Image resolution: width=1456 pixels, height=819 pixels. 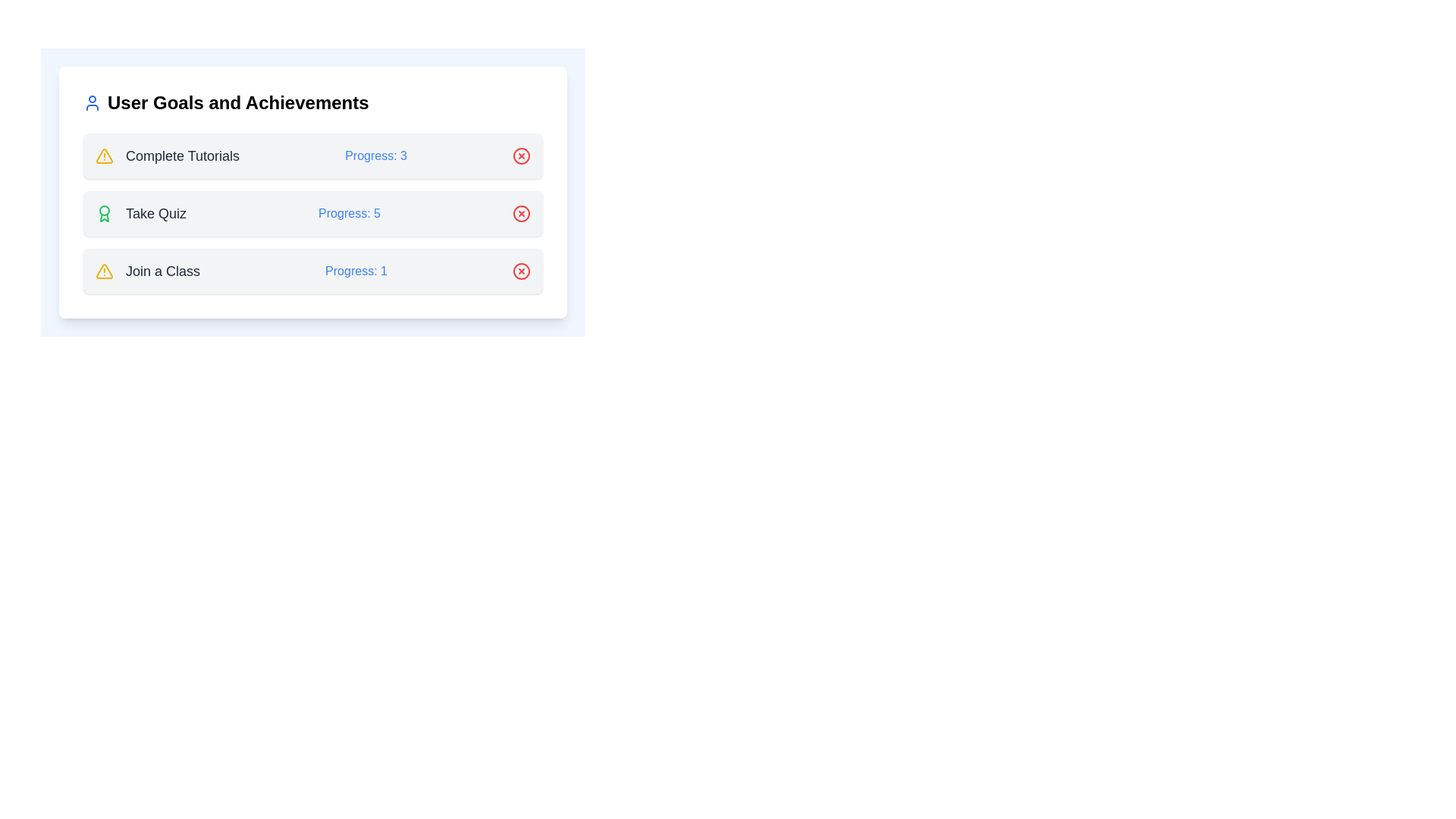 I want to click on the informational text label presenting the progress status of 3 related to tutorial completion, located in the 'Complete Tutorials' section, so click(x=376, y=155).